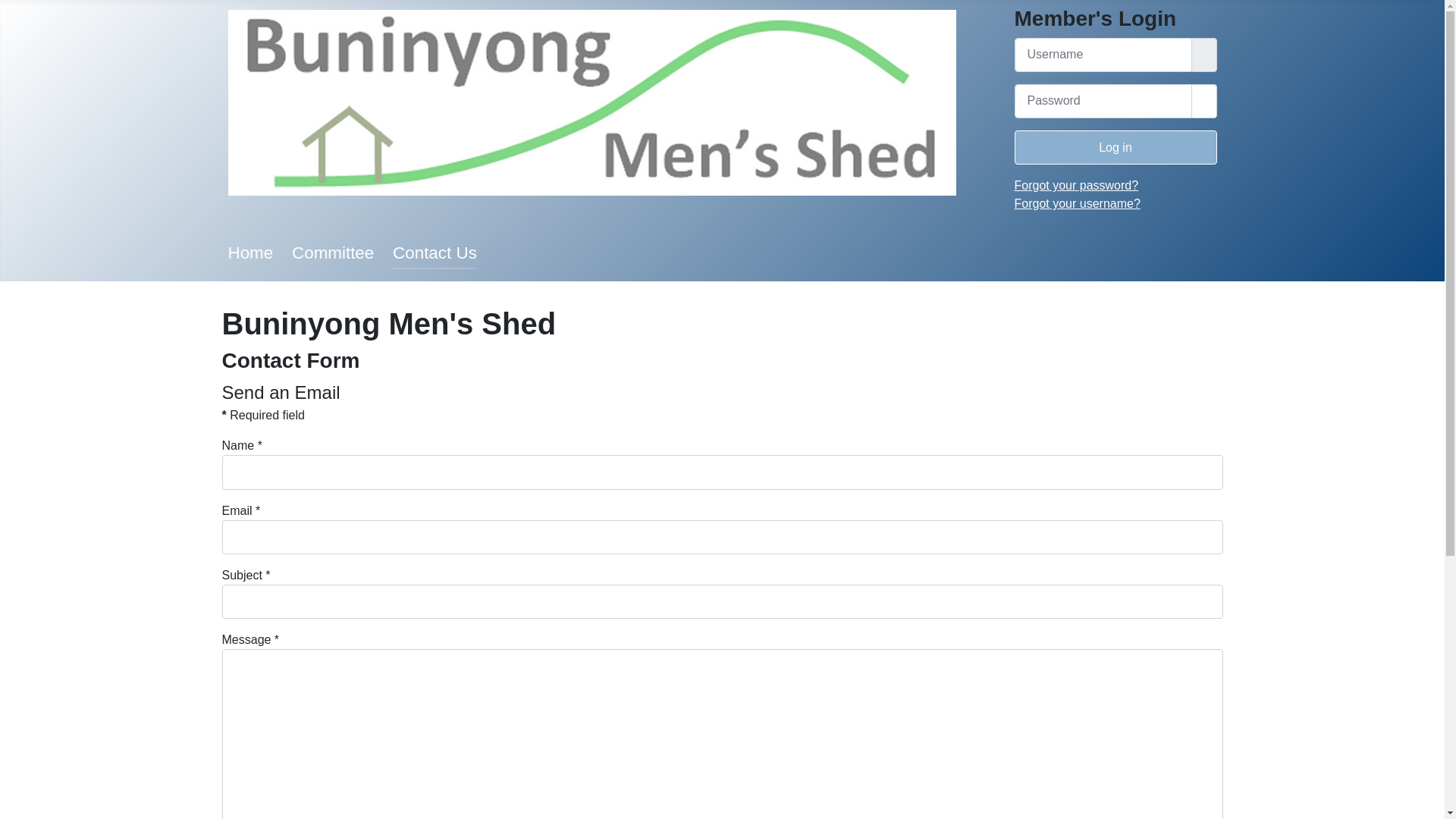  I want to click on 'Log in', so click(1116, 147).